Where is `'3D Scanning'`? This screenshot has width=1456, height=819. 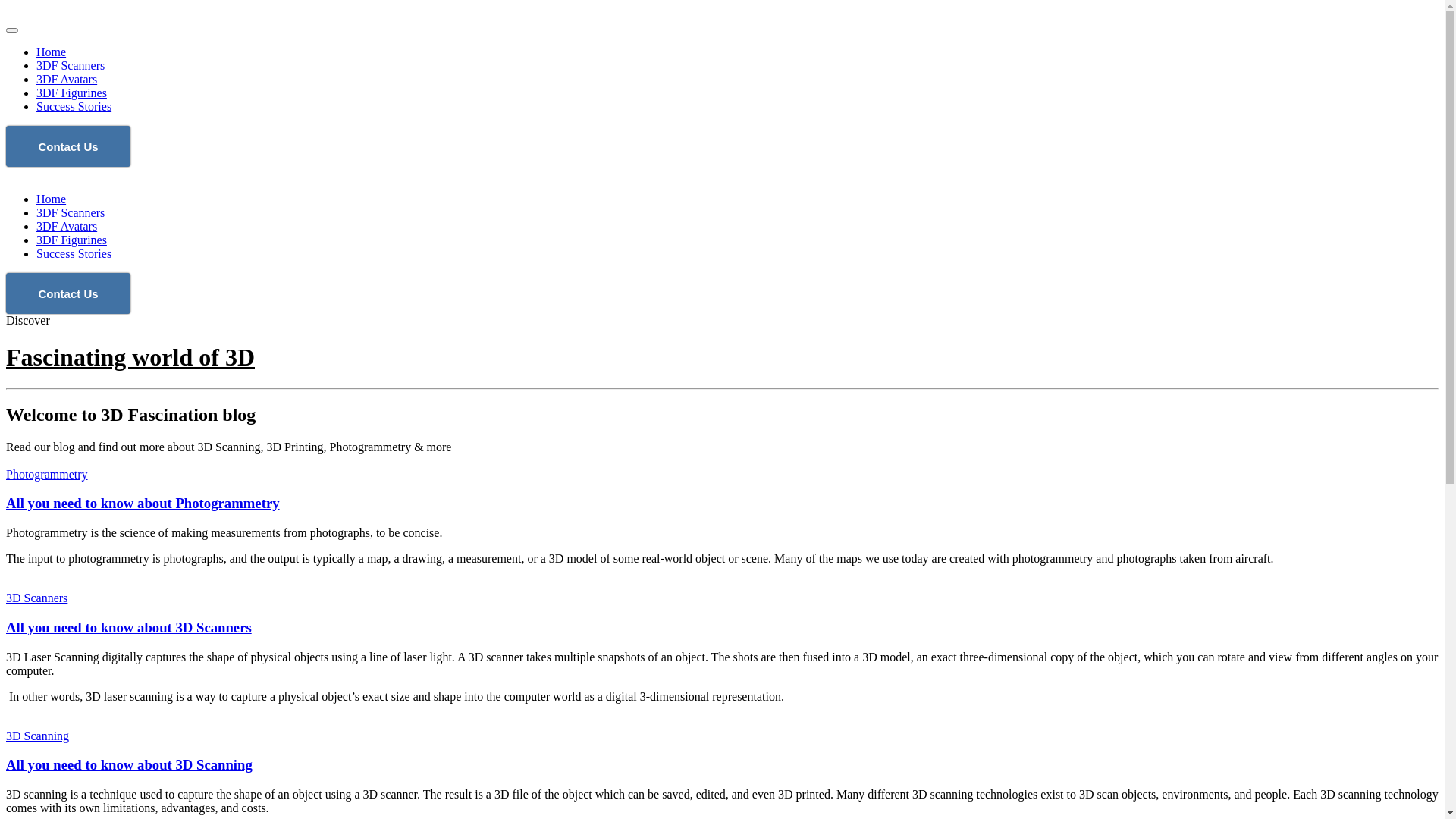 '3D Scanning' is located at coordinates (37, 735).